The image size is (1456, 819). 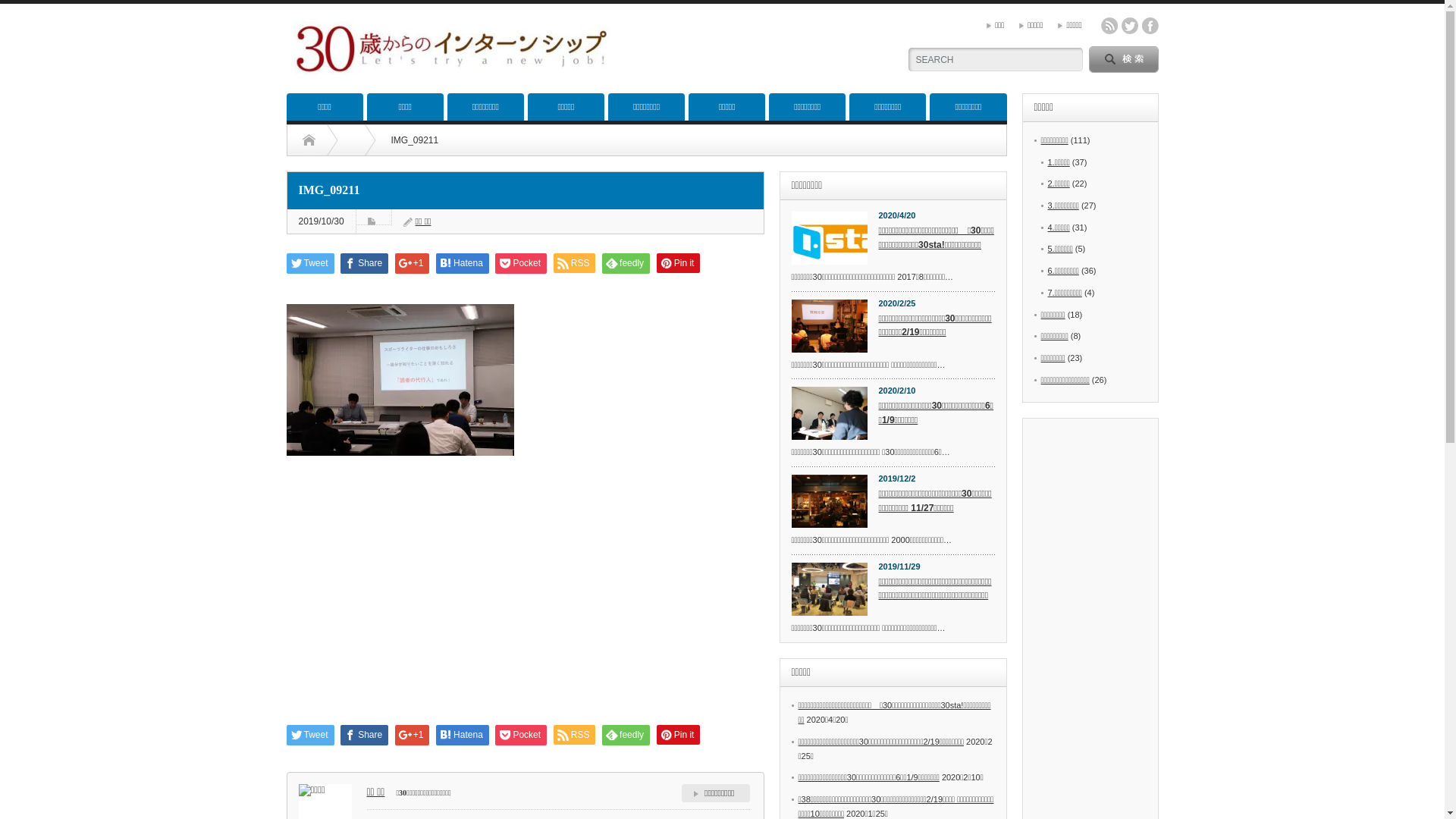 I want to click on 'Hatena', so click(x=461, y=734).